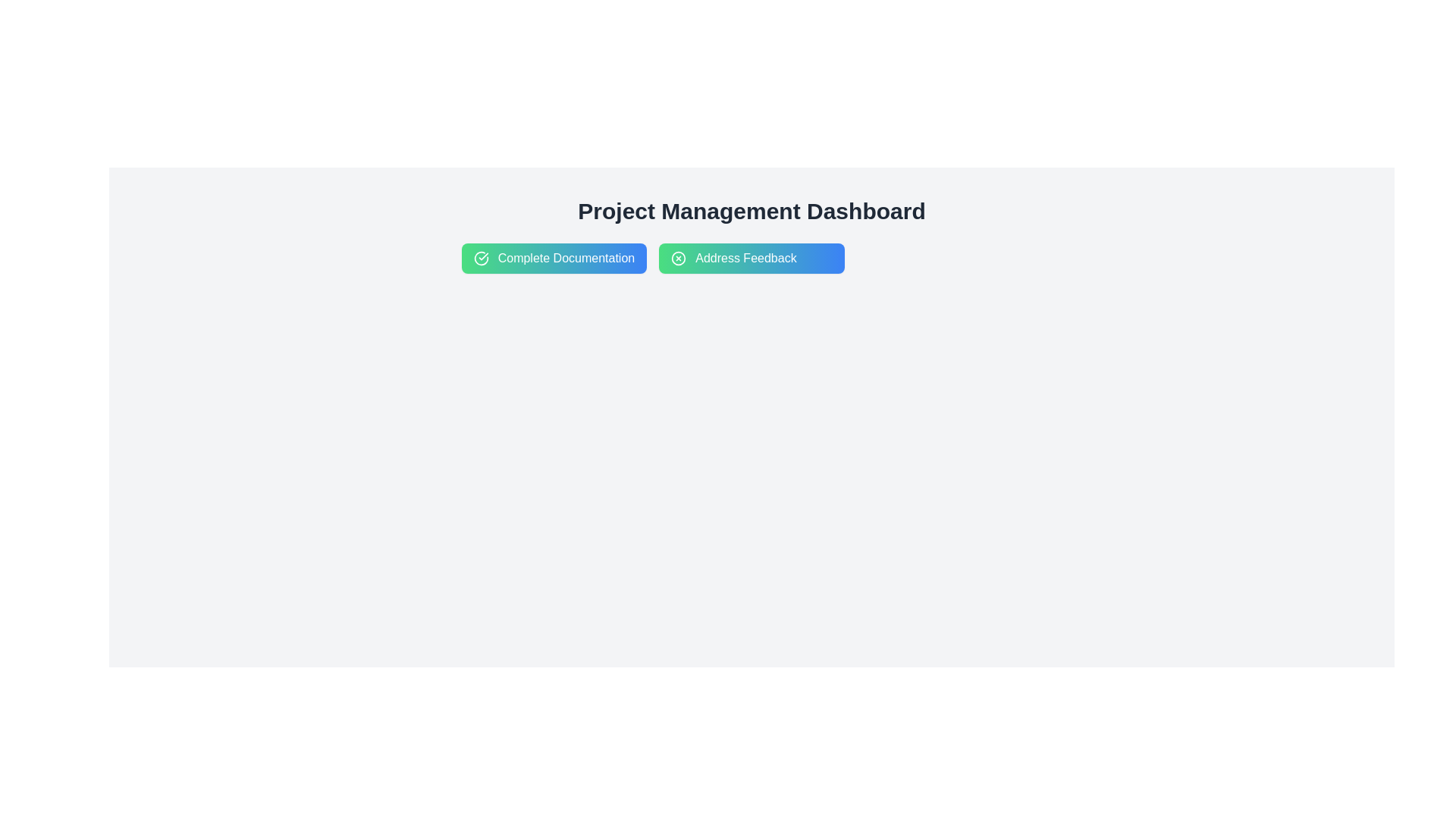 This screenshot has width=1456, height=819. What do you see at coordinates (752, 257) in the screenshot?
I see `the task chip labeled Address Feedback` at bounding box center [752, 257].